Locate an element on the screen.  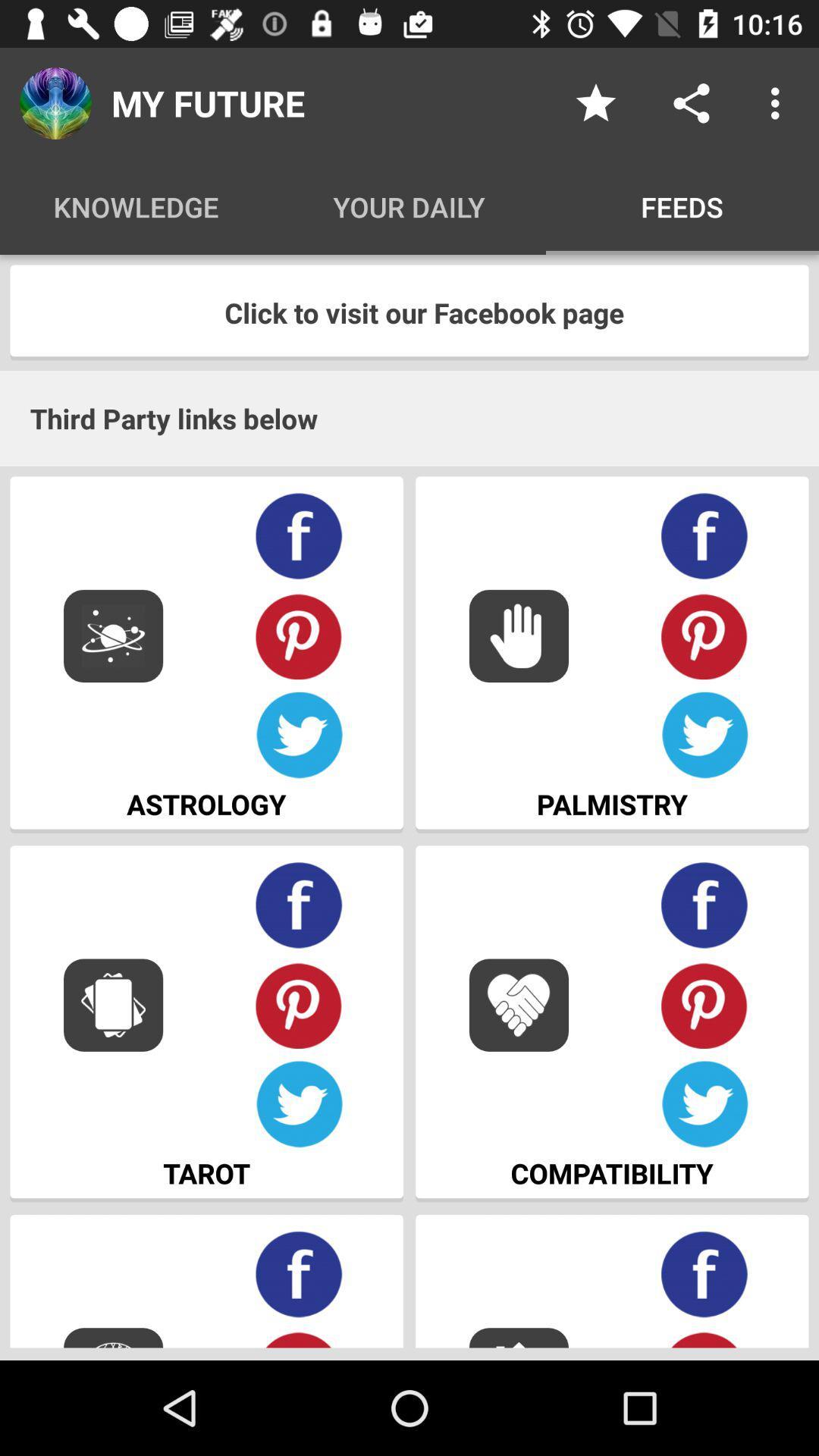
pinterest is located at coordinates (299, 635).